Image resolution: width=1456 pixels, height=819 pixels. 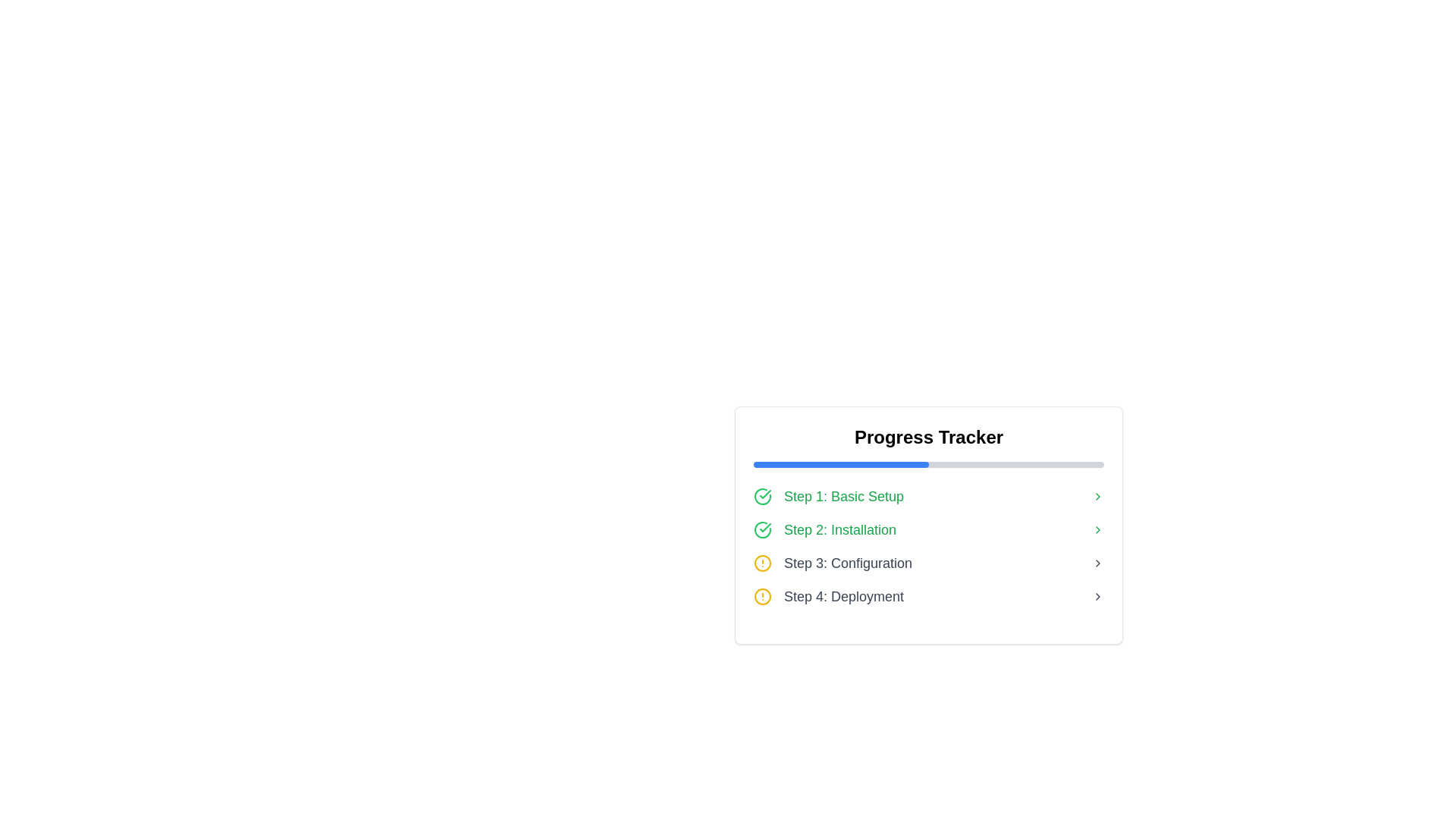 I want to click on the SVG checkmark icon indicating the successful completion of Step 2 within the progress tracker interface, so click(x=765, y=526).